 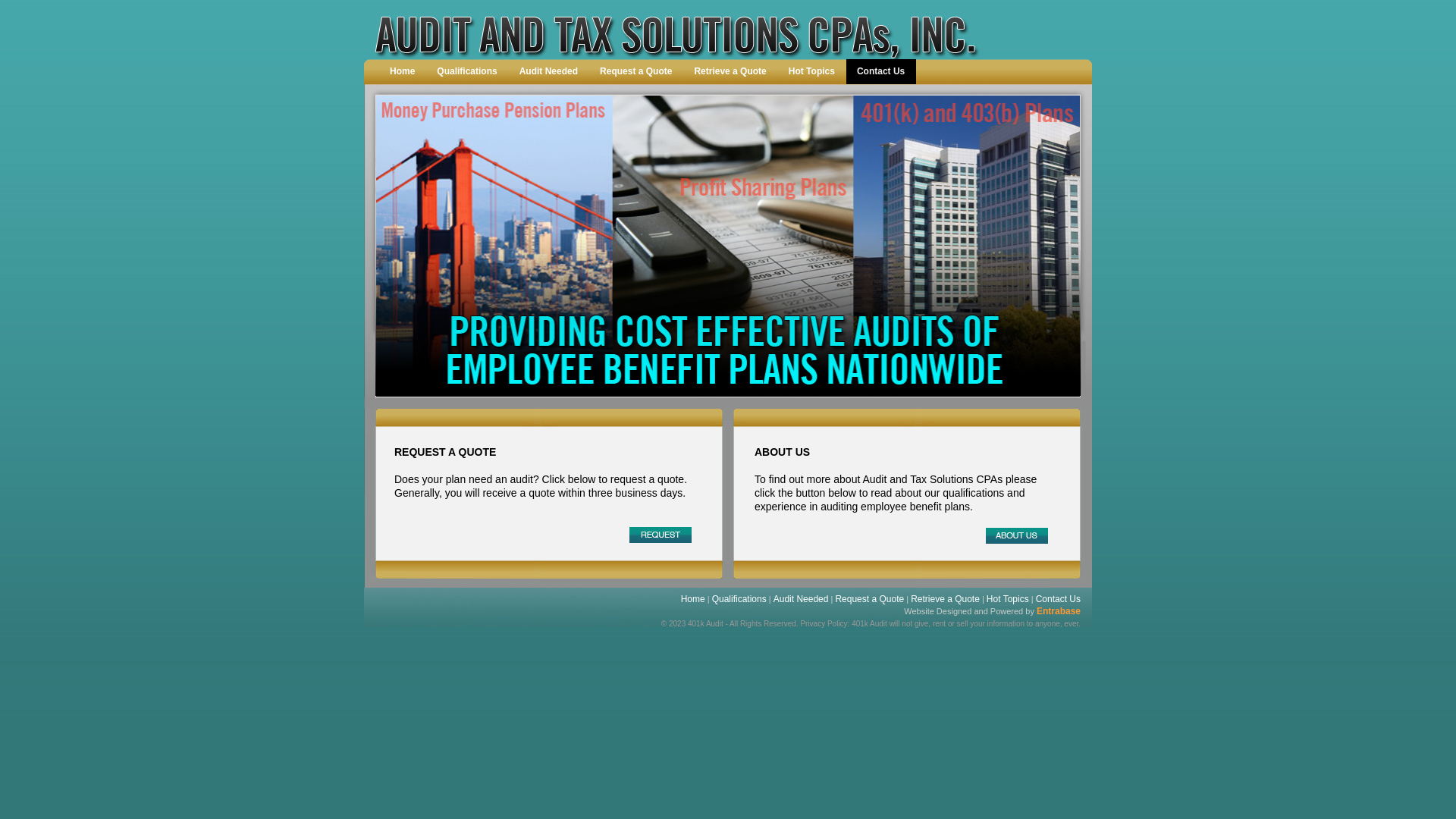 I want to click on 'Home', so click(x=403, y=71).